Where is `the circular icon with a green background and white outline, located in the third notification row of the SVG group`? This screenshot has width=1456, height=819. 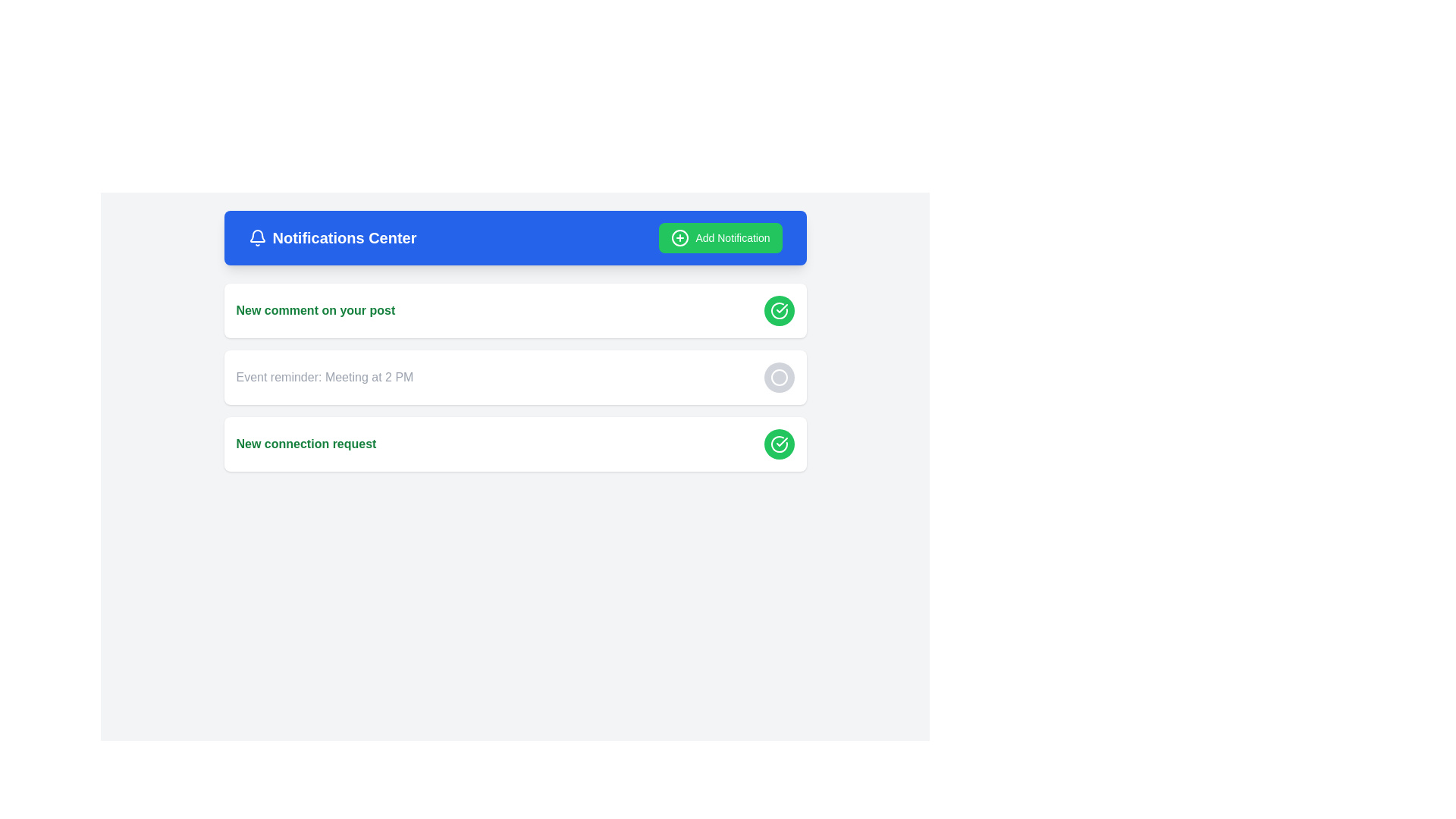
the circular icon with a green background and white outline, located in the third notification row of the SVG group is located at coordinates (779, 444).